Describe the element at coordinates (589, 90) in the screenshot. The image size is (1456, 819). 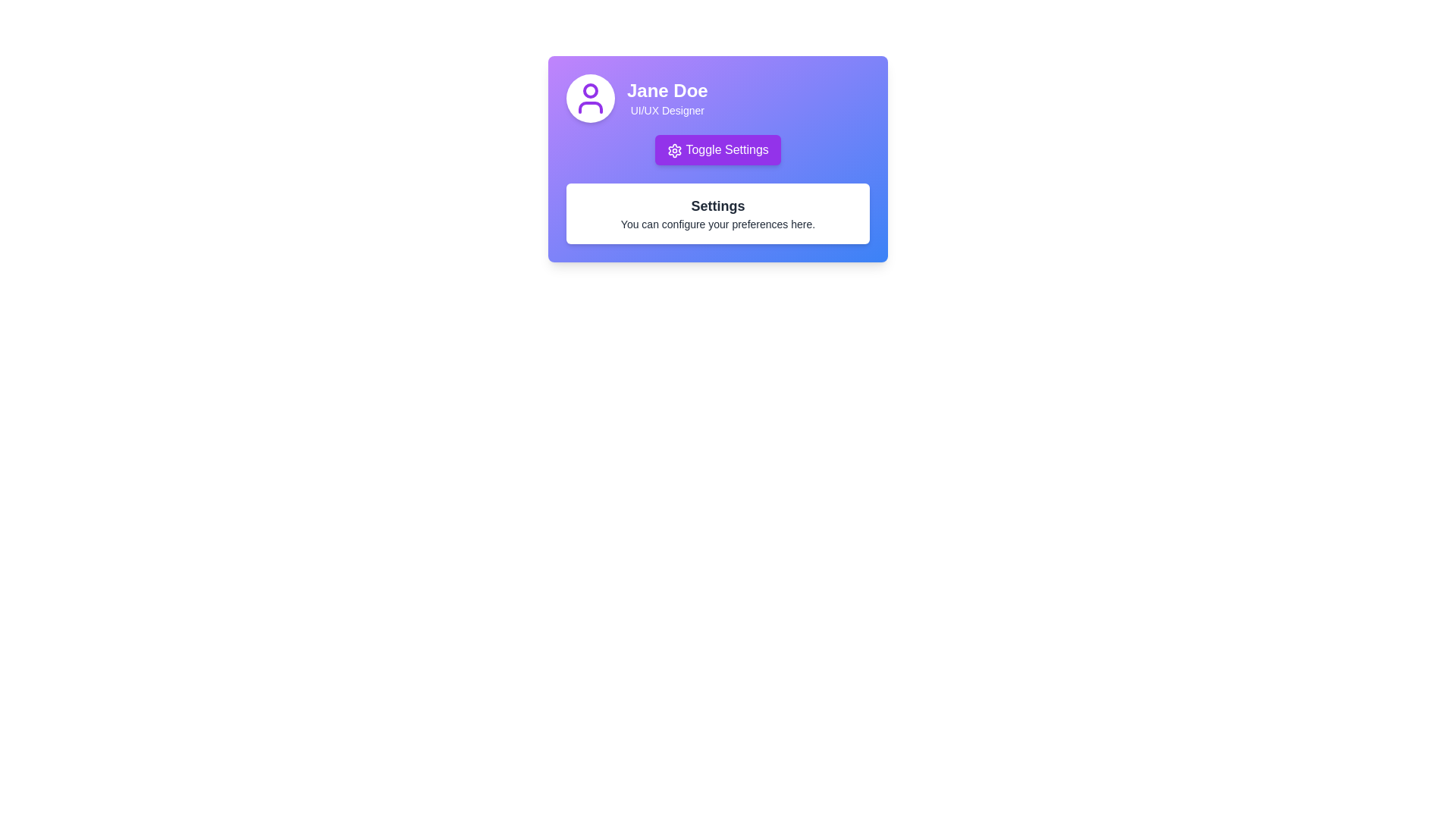
I see `the SVG Circle that represents the avatar or profile picture area on the user card, located at the top-left of the user card` at that location.